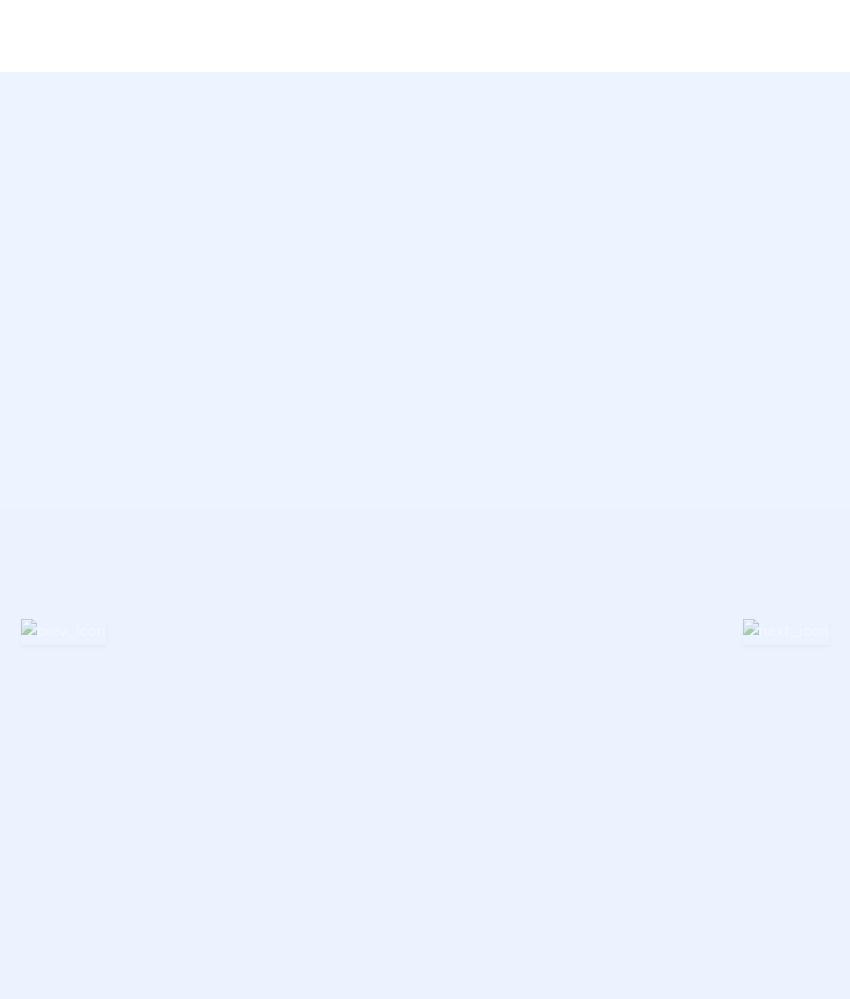 The image size is (850, 999). I want to click on 'DOWNLOAD ON THE', so click(451, 279).